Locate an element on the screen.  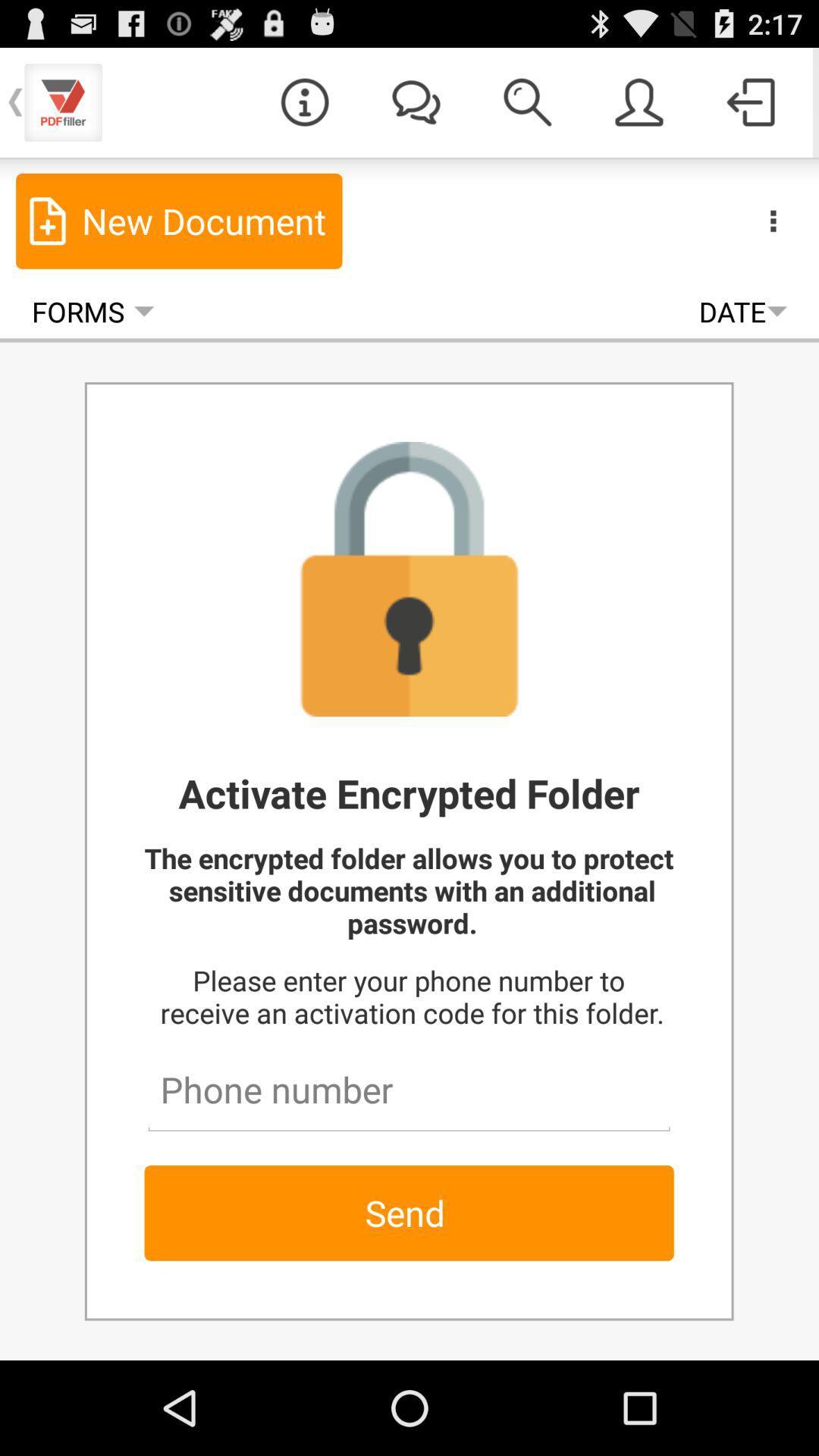
new document is located at coordinates (178, 220).